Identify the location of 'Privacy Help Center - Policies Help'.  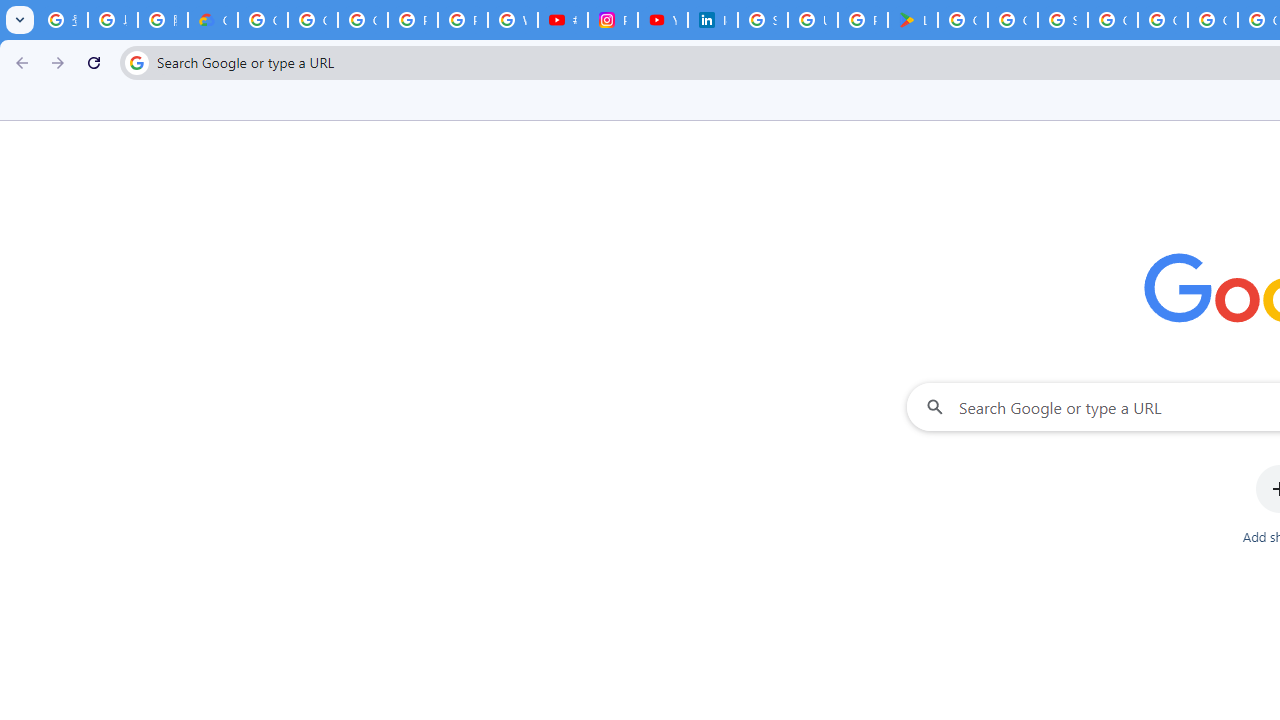
(461, 20).